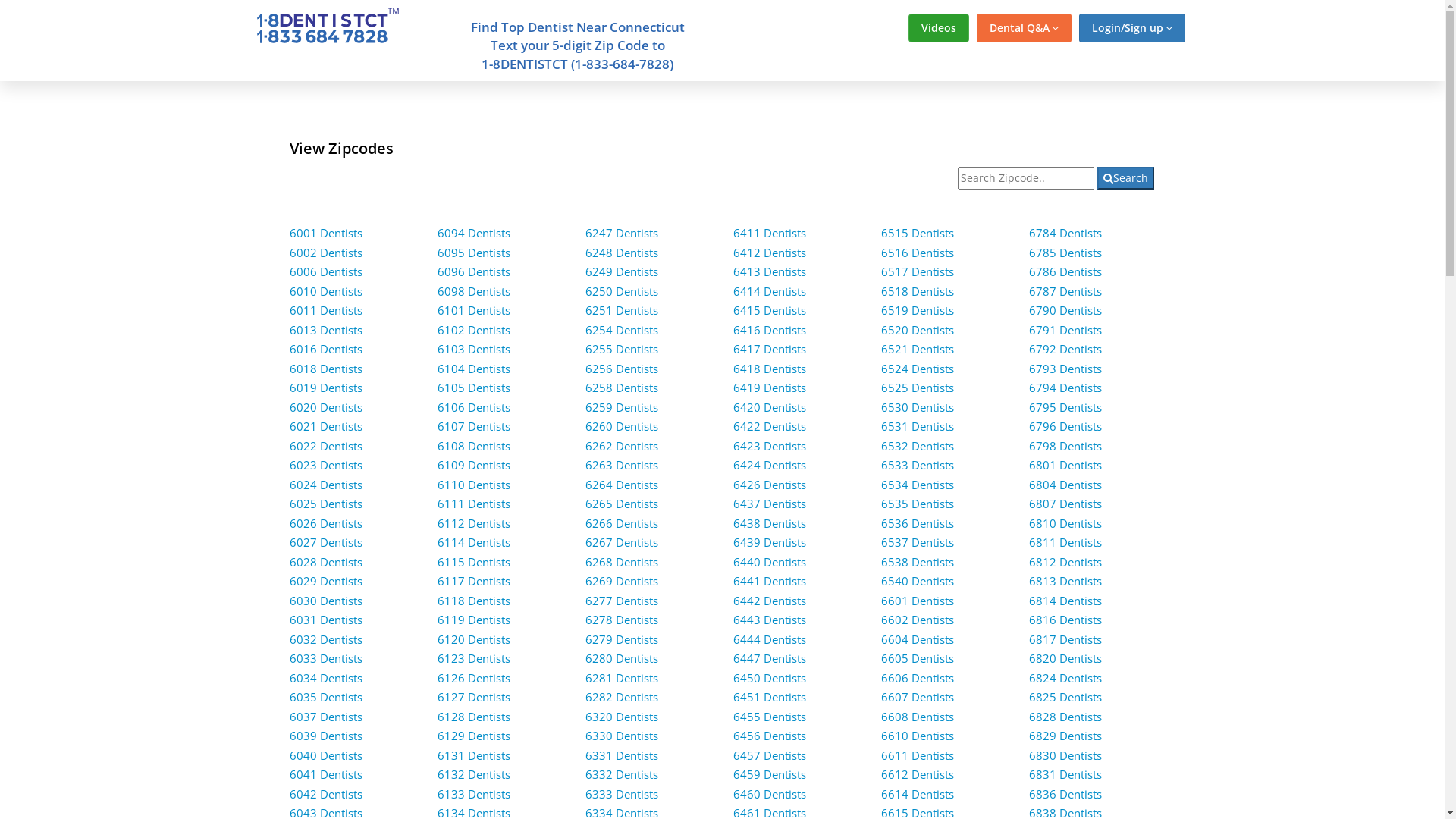 The image size is (1456, 819). Describe the element at coordinates (1065, 369) in the screenshot. I see `'6793 Dentists'` at that location.